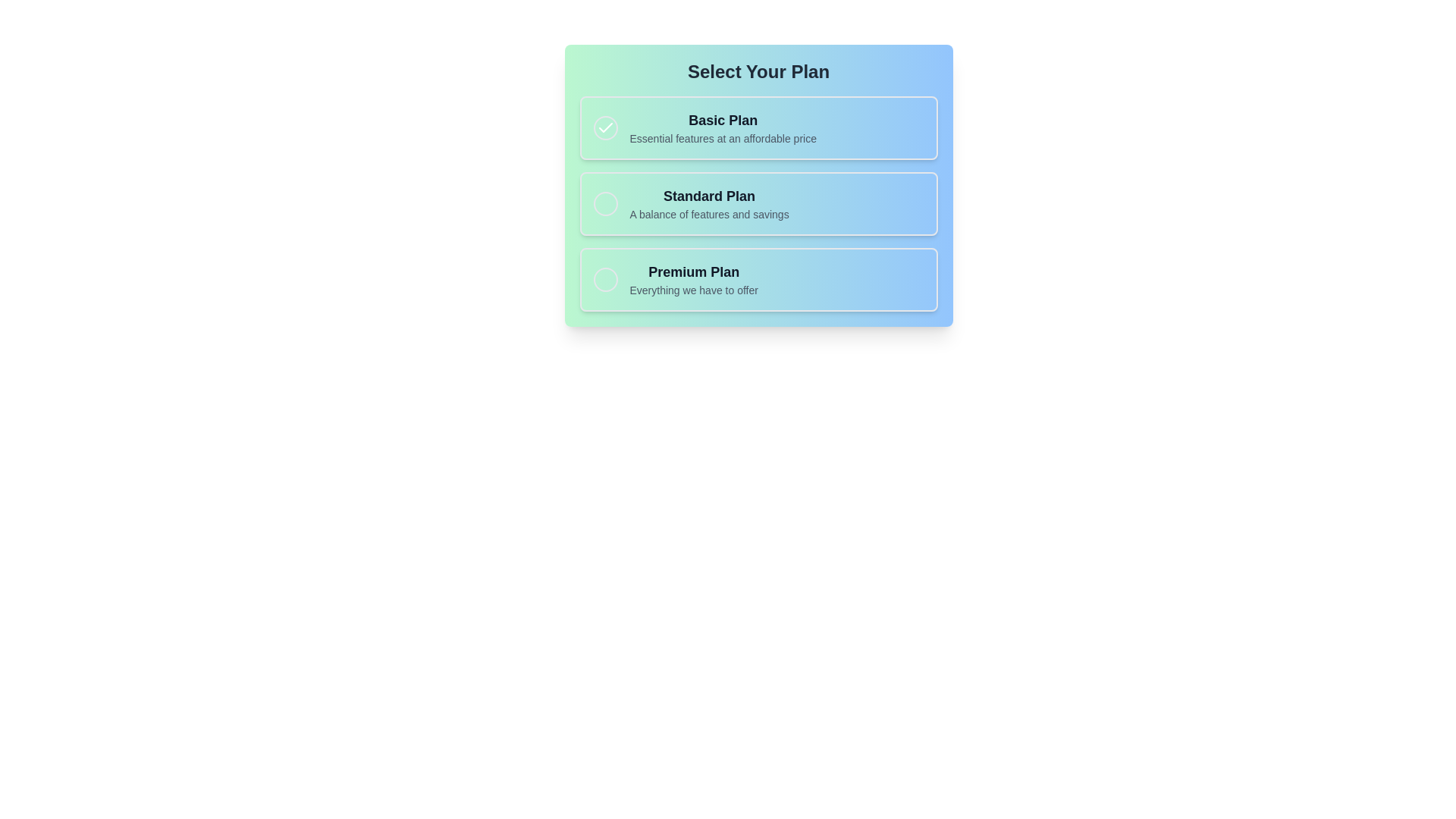 The image size is (1456, 819). I want to click on the checkmark icon indicating the selection or activation of the 'Basic Plan' option, so click(604, 127).